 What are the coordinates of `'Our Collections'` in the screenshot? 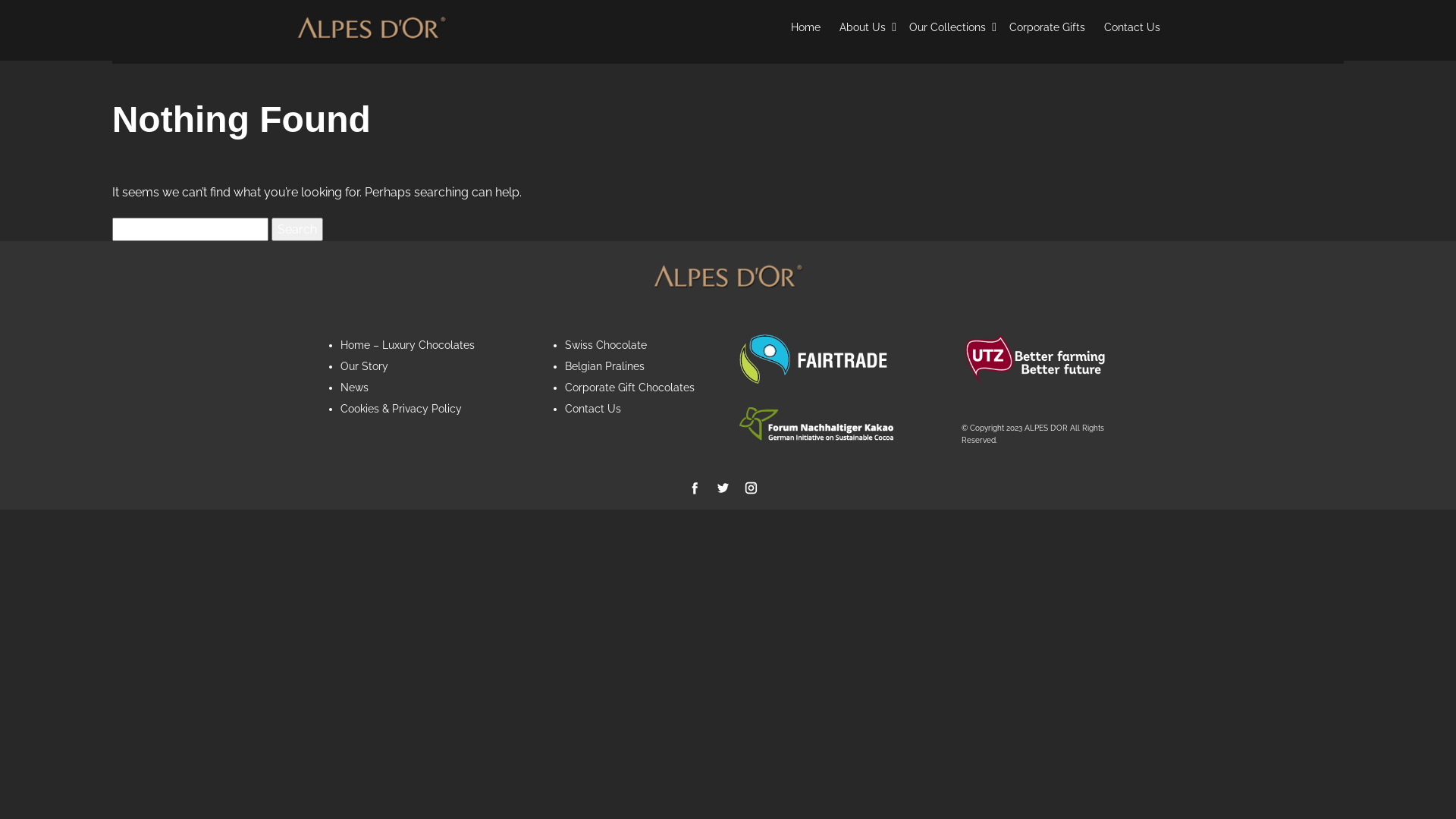 It's located at (909, 27).